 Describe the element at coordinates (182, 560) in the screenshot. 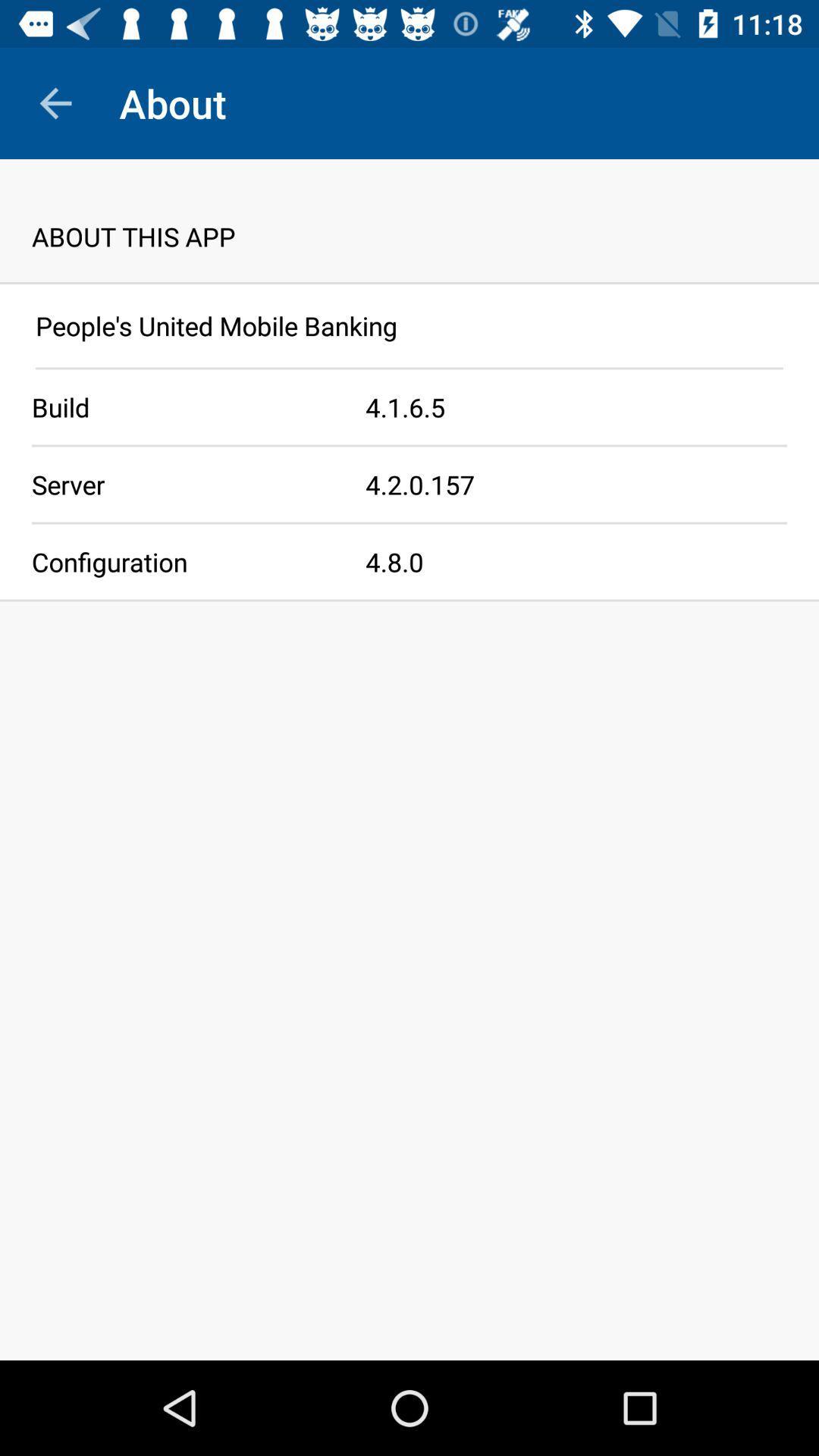

I see `icon next to 4.8.0` at that location.